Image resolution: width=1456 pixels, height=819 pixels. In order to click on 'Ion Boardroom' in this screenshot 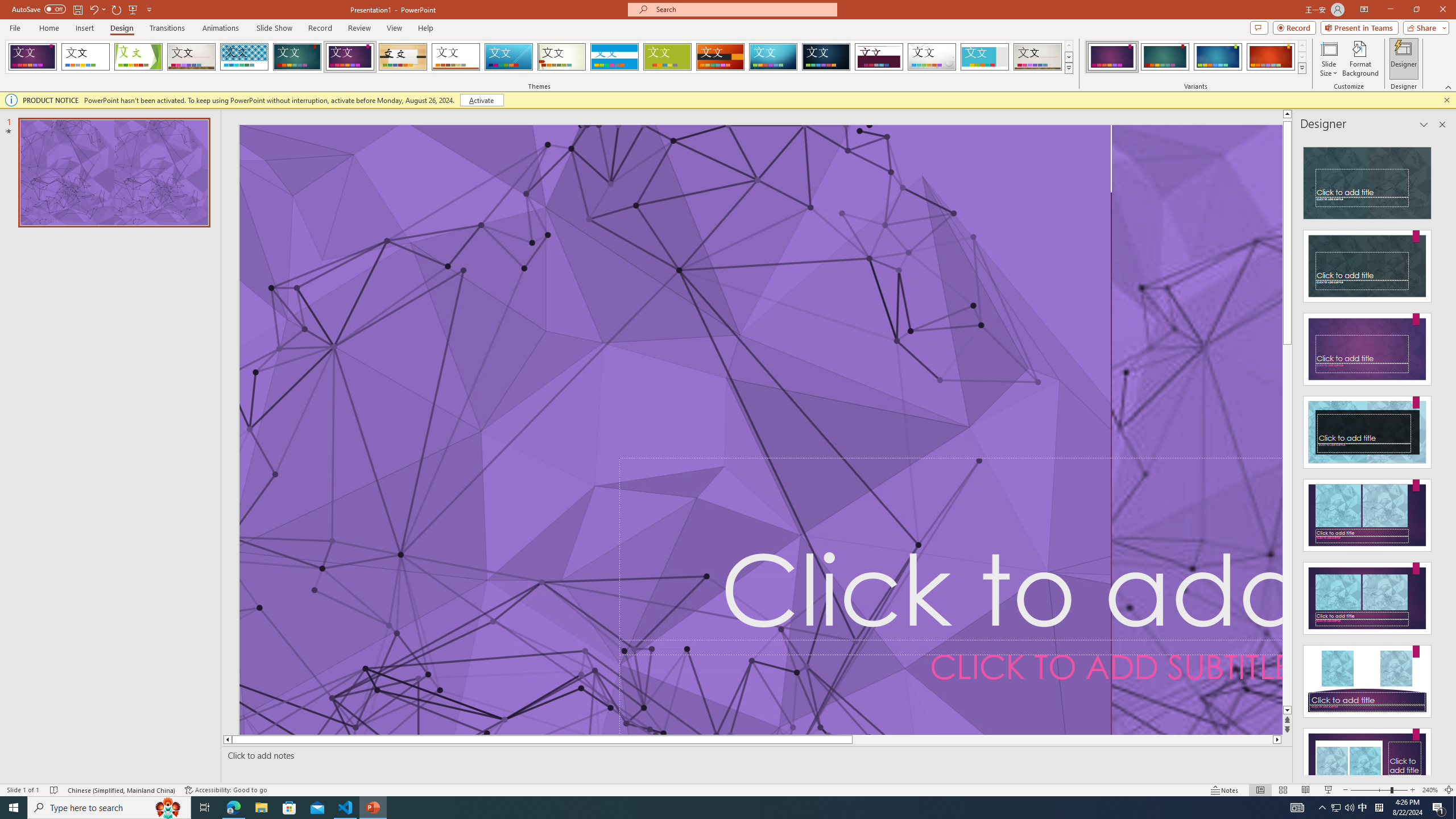, I will do `click(350, 56)`.